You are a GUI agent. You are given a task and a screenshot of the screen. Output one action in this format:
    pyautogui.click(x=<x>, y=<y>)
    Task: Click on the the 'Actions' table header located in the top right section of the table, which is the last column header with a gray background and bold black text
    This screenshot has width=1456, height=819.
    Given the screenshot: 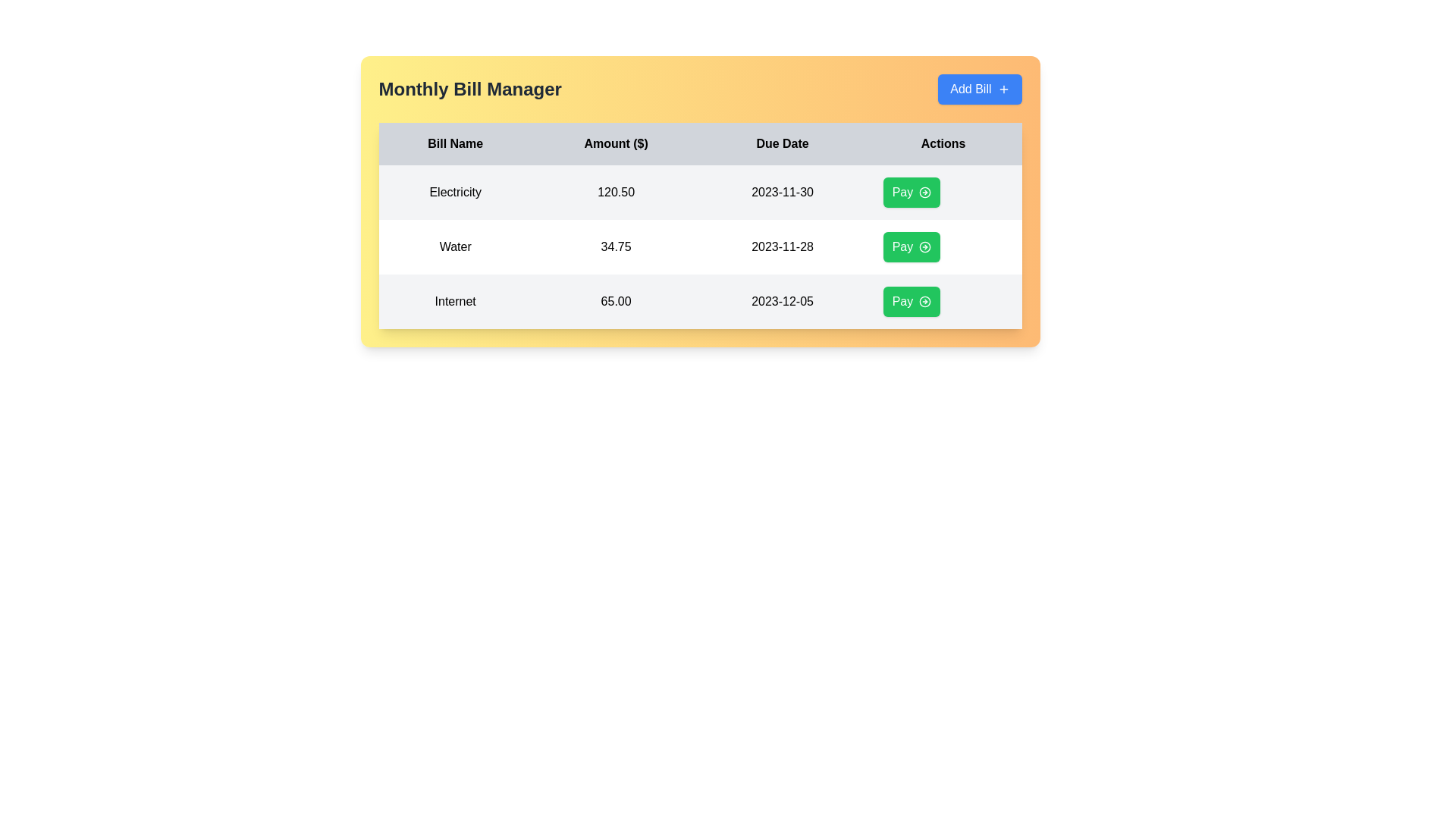 What is the action you would take?
    pyautogui.click(x=943, y=143)
    